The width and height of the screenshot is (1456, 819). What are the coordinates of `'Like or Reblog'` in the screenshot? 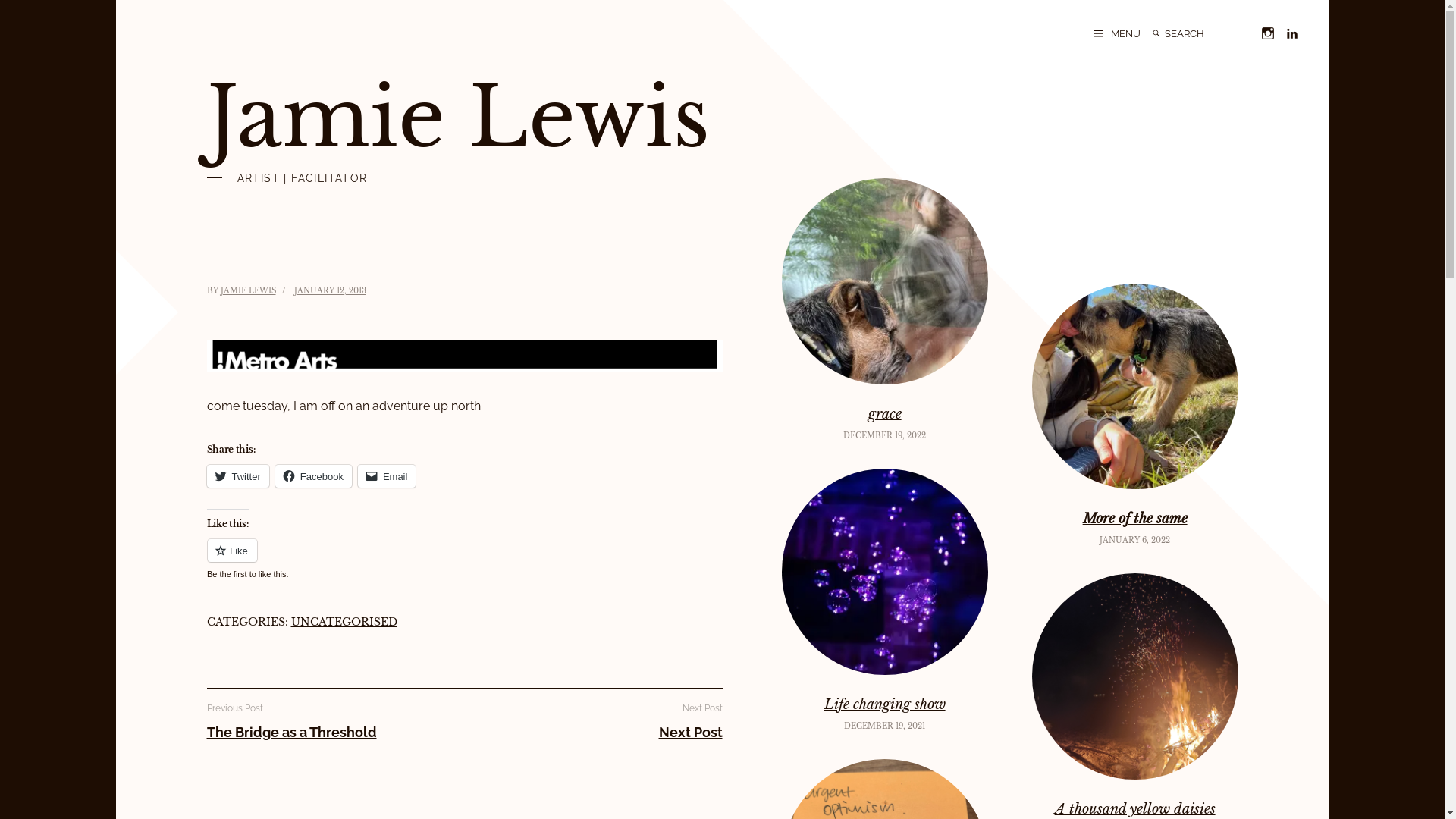 It's located at (463, 559).